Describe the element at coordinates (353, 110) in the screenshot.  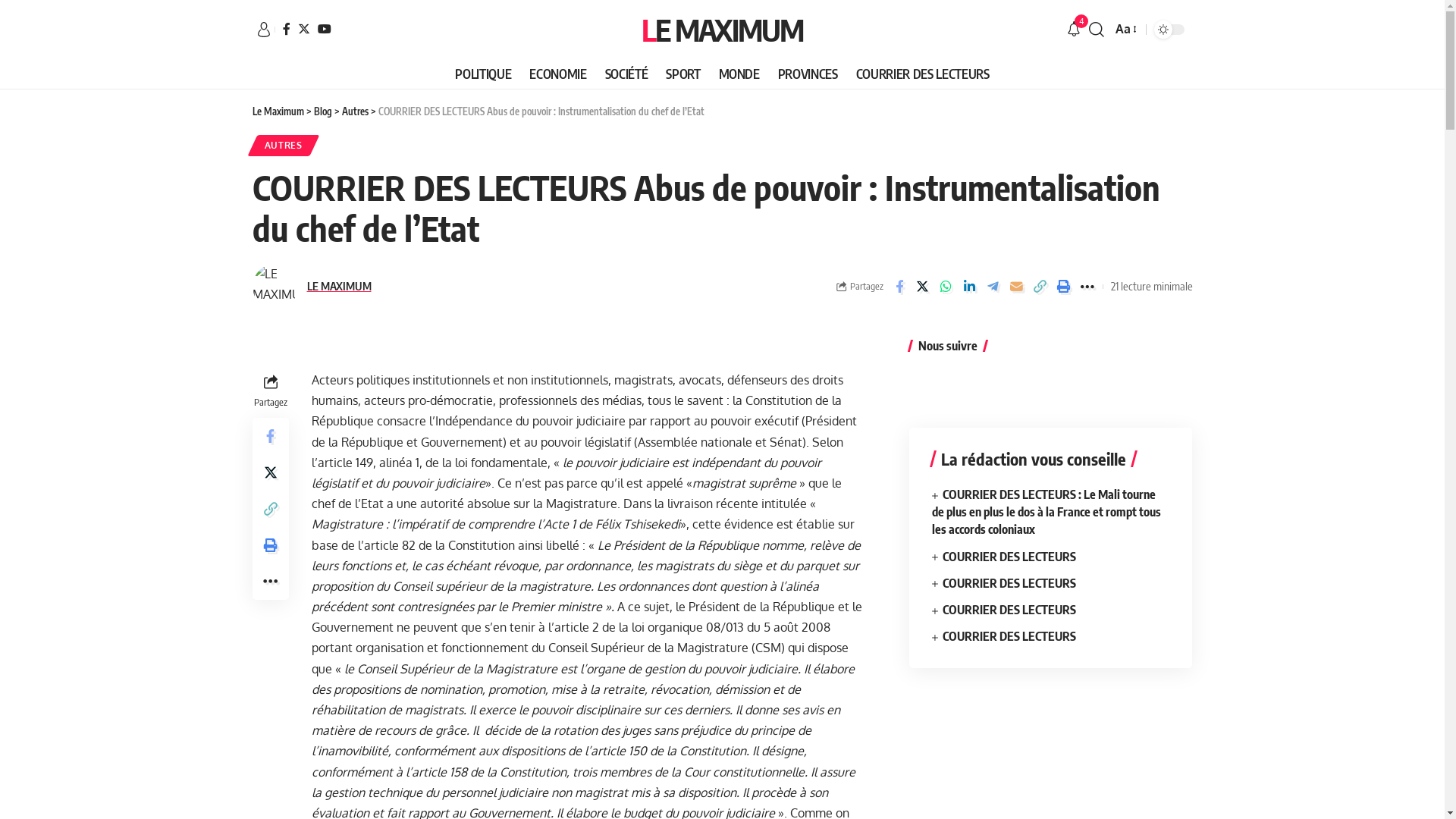
I see `'Autres'` at that location.